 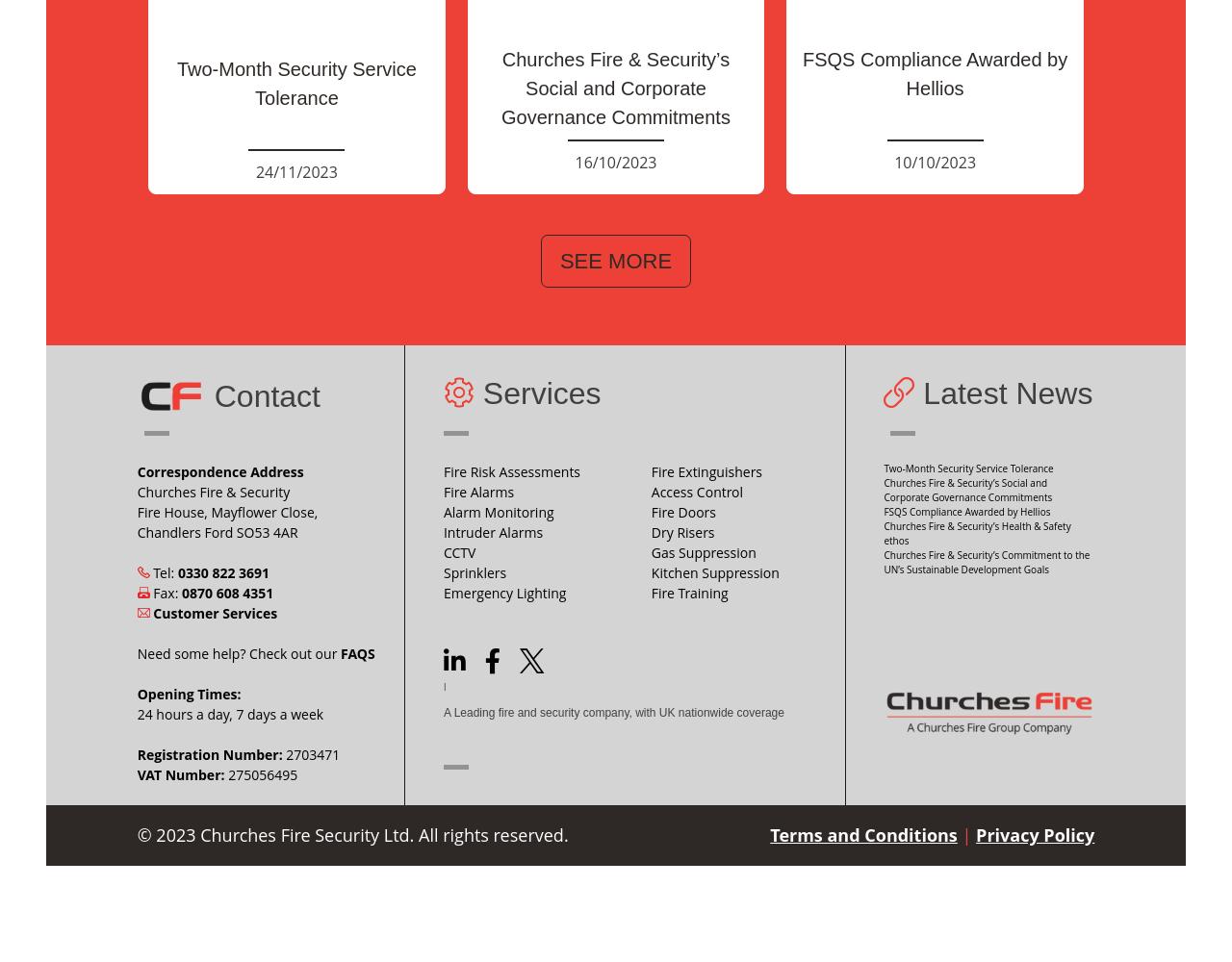 What do you see at coordinates (504, 591) in the screenshot?
I see `'Emergency Lighting'` at bounding box center [504, 591].